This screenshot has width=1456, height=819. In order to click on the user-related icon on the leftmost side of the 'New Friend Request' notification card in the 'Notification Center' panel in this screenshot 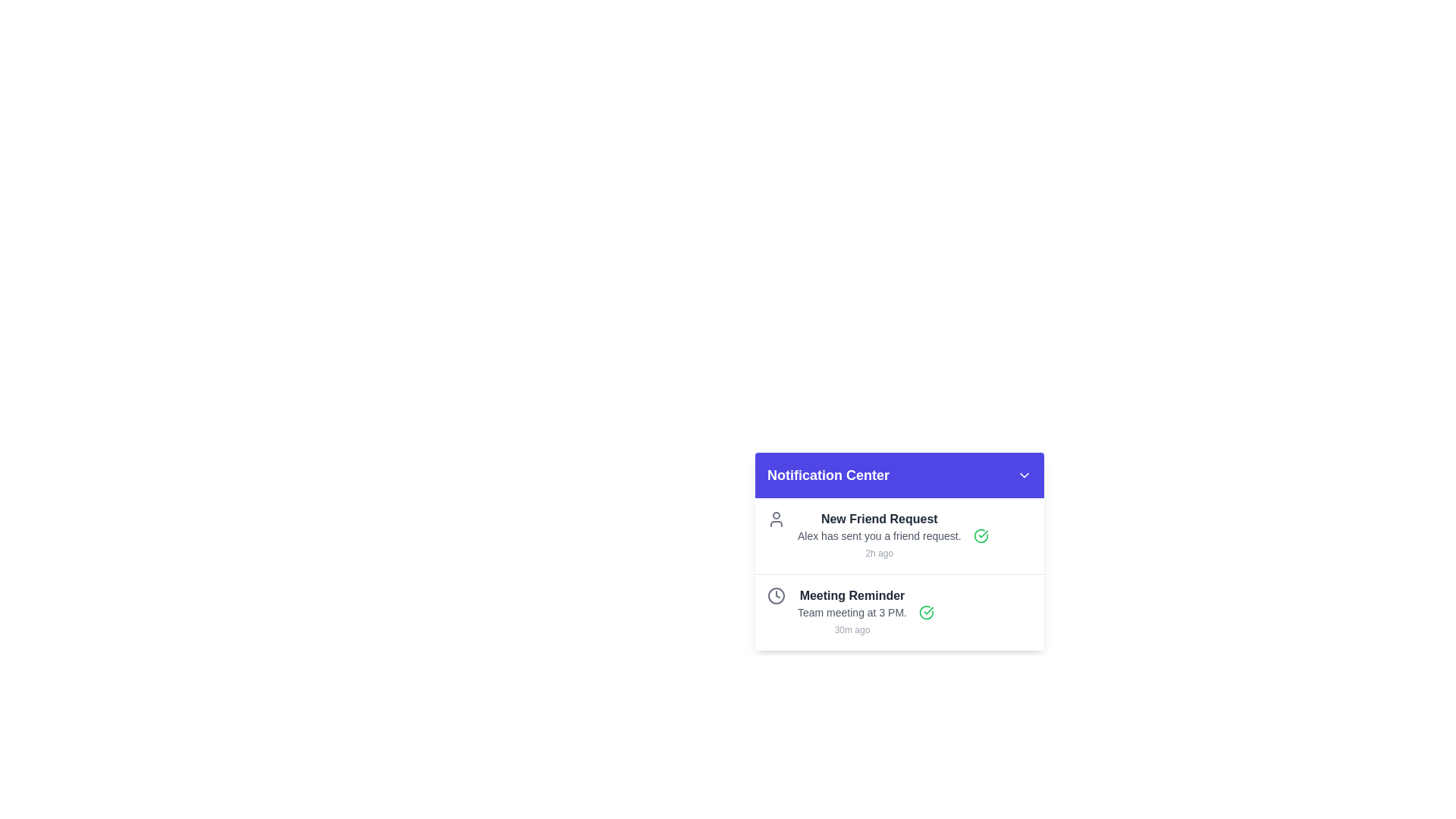, I will do `click(776, 519)`.